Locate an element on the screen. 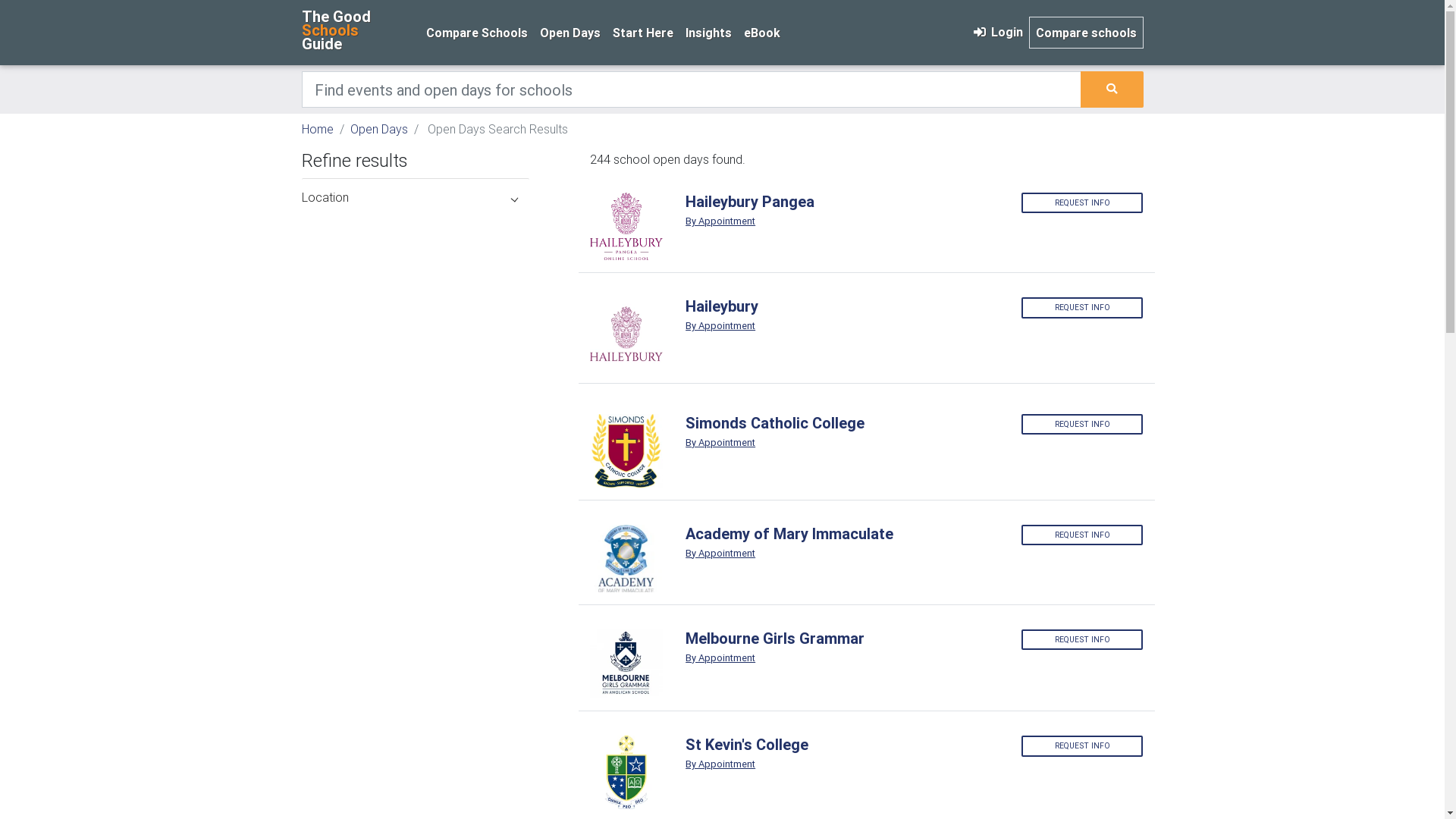 The height and width of the screenshot is (819, 1456). 'Compare Schools' is located at coordinates (475, 32).